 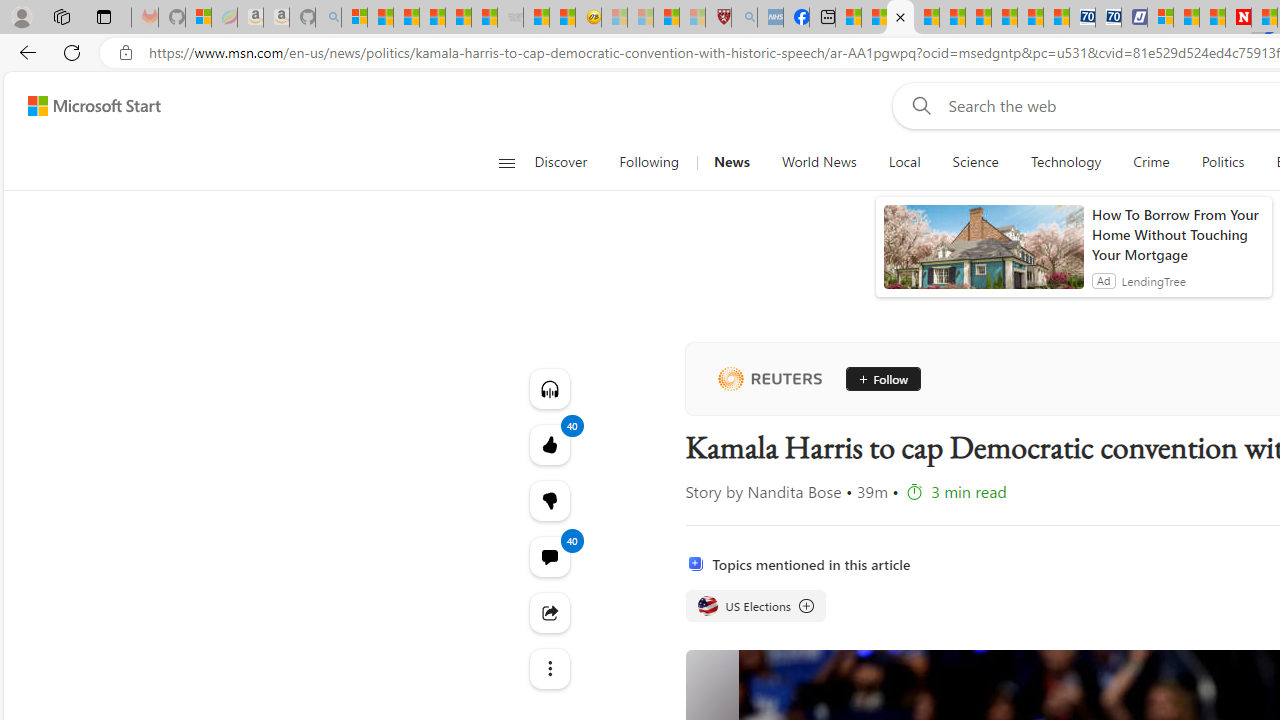 What do you see at coordinates (549, 668) in the screenshot?
I see `'Class: at-item'` at bounding box center [549, 668].